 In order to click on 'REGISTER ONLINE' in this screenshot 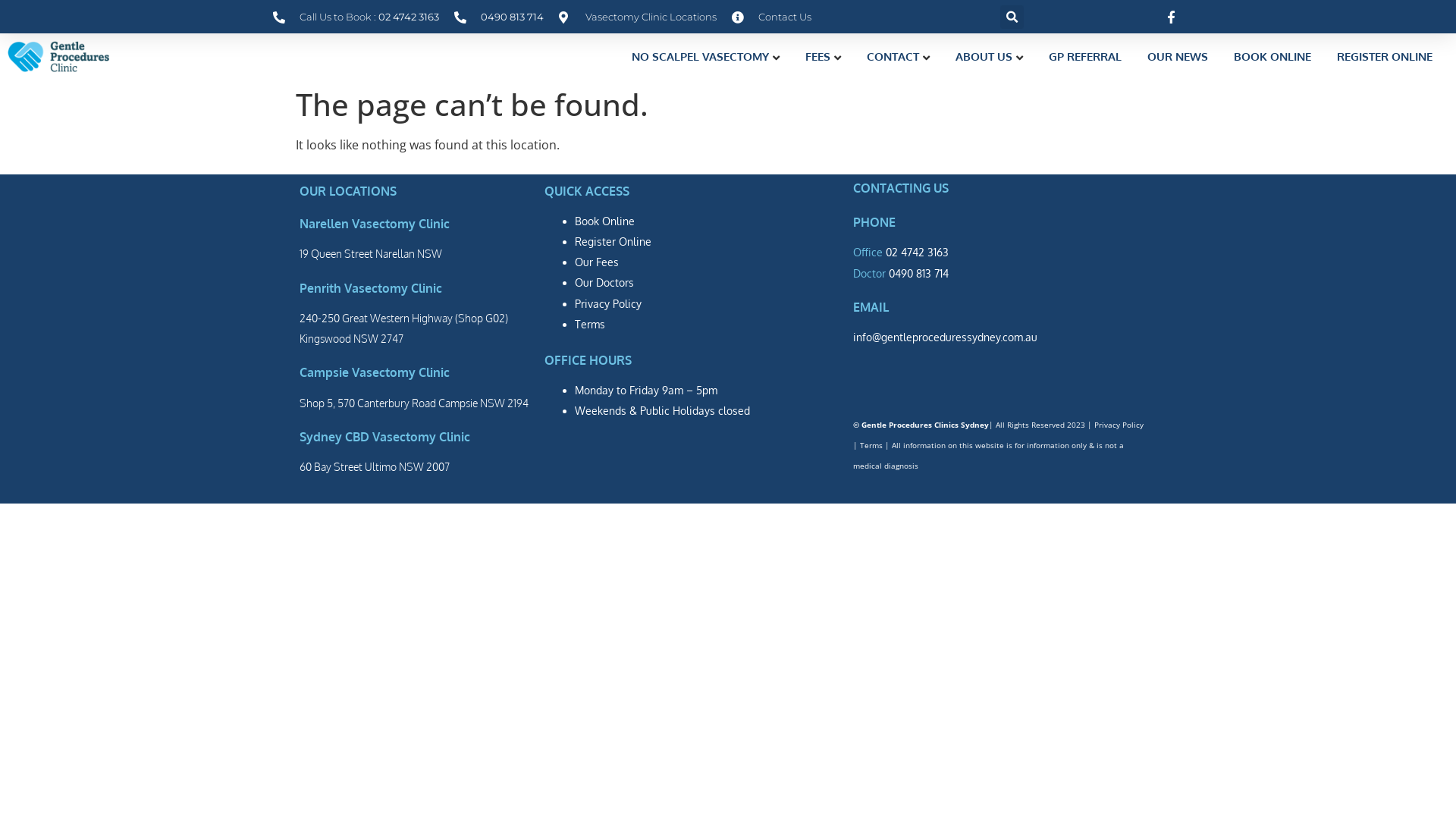, I will do `click(1384, 55)`.